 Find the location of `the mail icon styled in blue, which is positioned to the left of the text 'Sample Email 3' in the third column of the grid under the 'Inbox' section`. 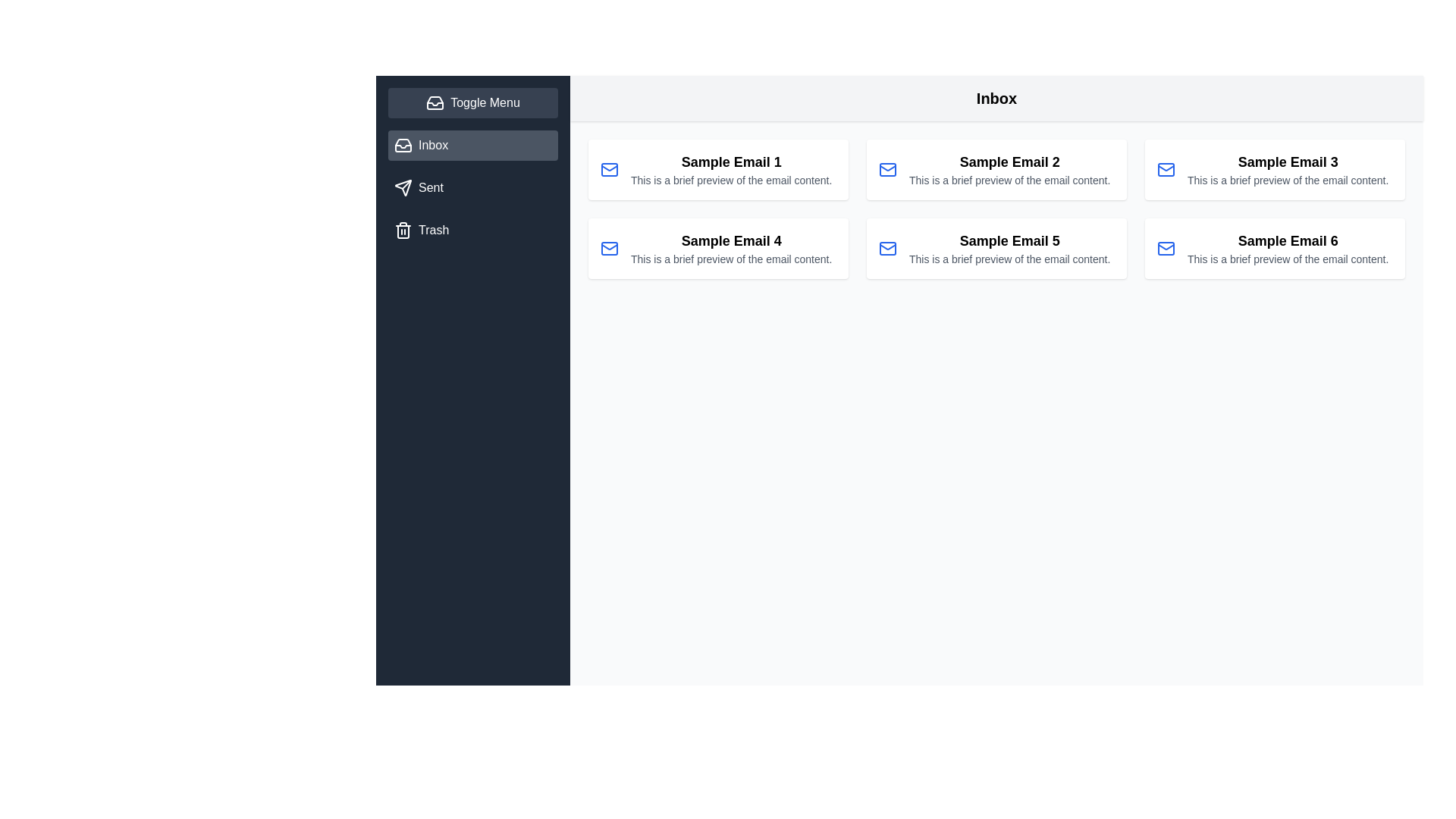

the mail icon styled in blue, which is positioned to the left of the text 'Sample Email 3' in the third column of the grid under the 'Inbox' section is located at coordinates (1165, 169).